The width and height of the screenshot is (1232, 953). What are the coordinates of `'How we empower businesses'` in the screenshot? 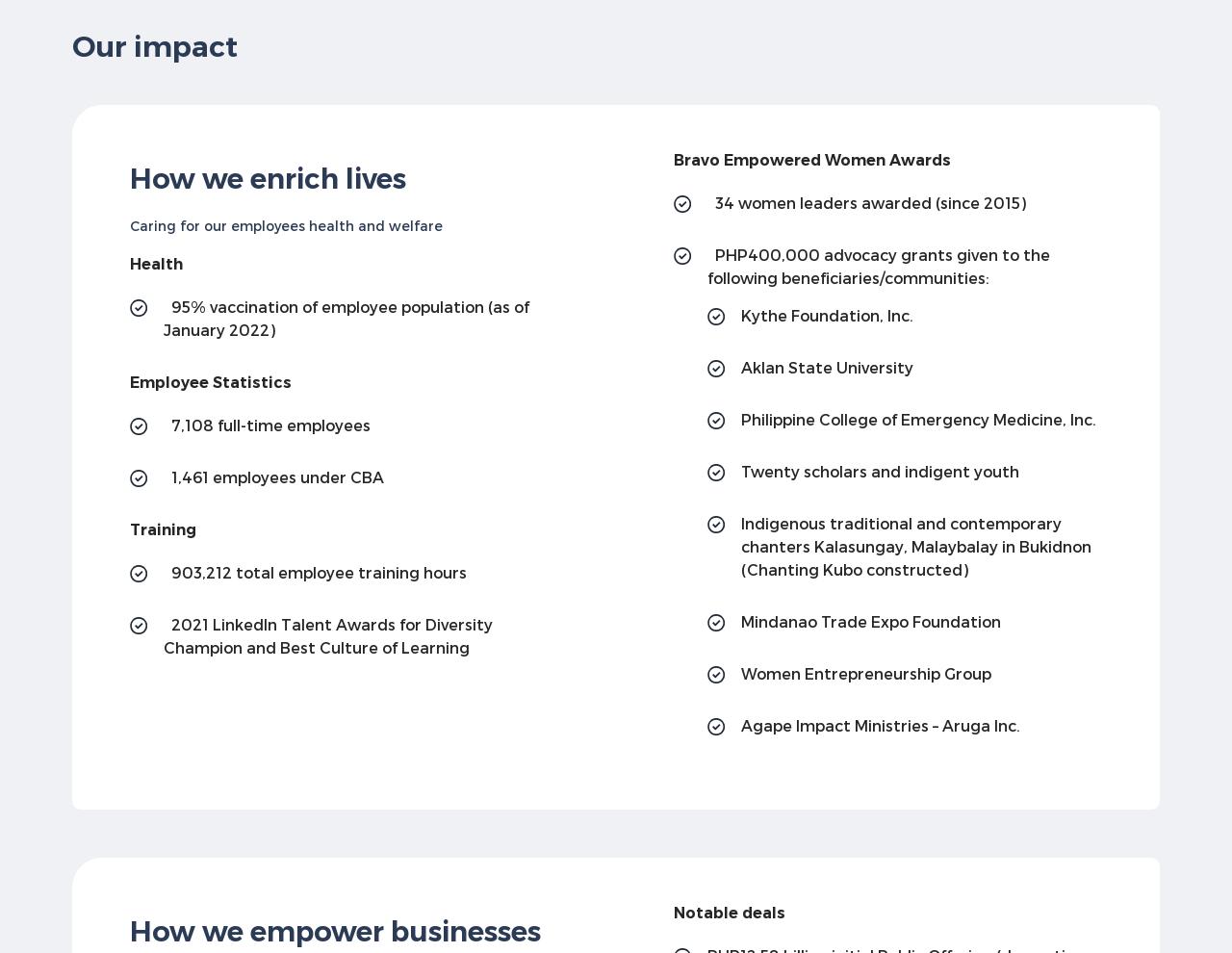 It's located at (335, 931).